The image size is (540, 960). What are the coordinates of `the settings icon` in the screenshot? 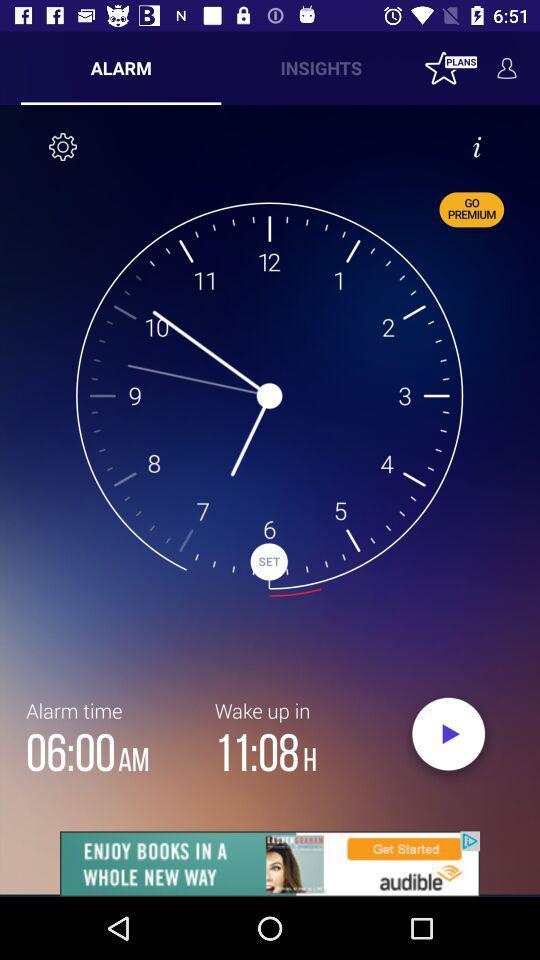 It's located at (63, 145).